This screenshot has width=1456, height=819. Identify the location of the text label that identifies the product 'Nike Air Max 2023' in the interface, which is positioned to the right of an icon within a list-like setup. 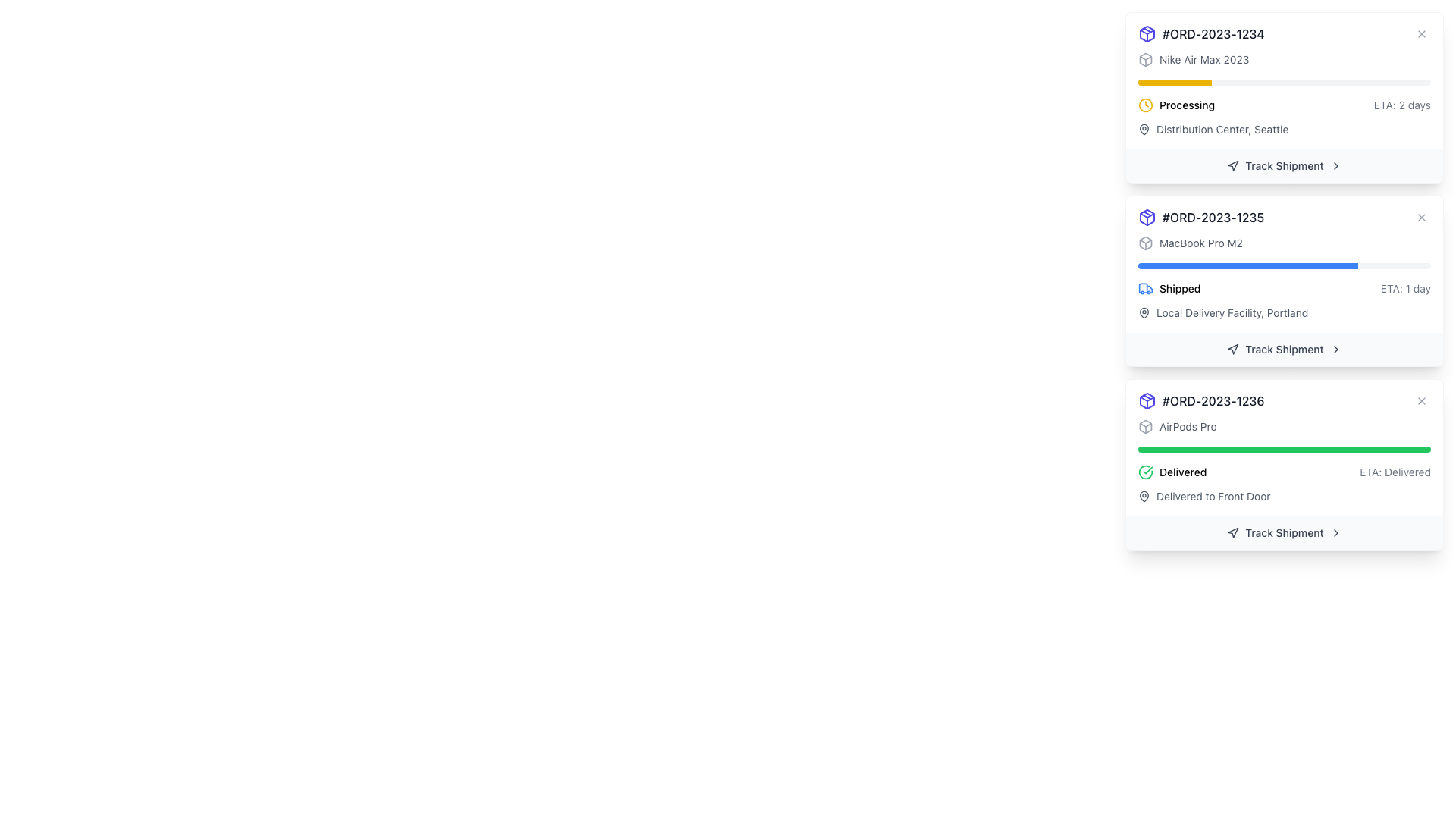
(1203, 58).